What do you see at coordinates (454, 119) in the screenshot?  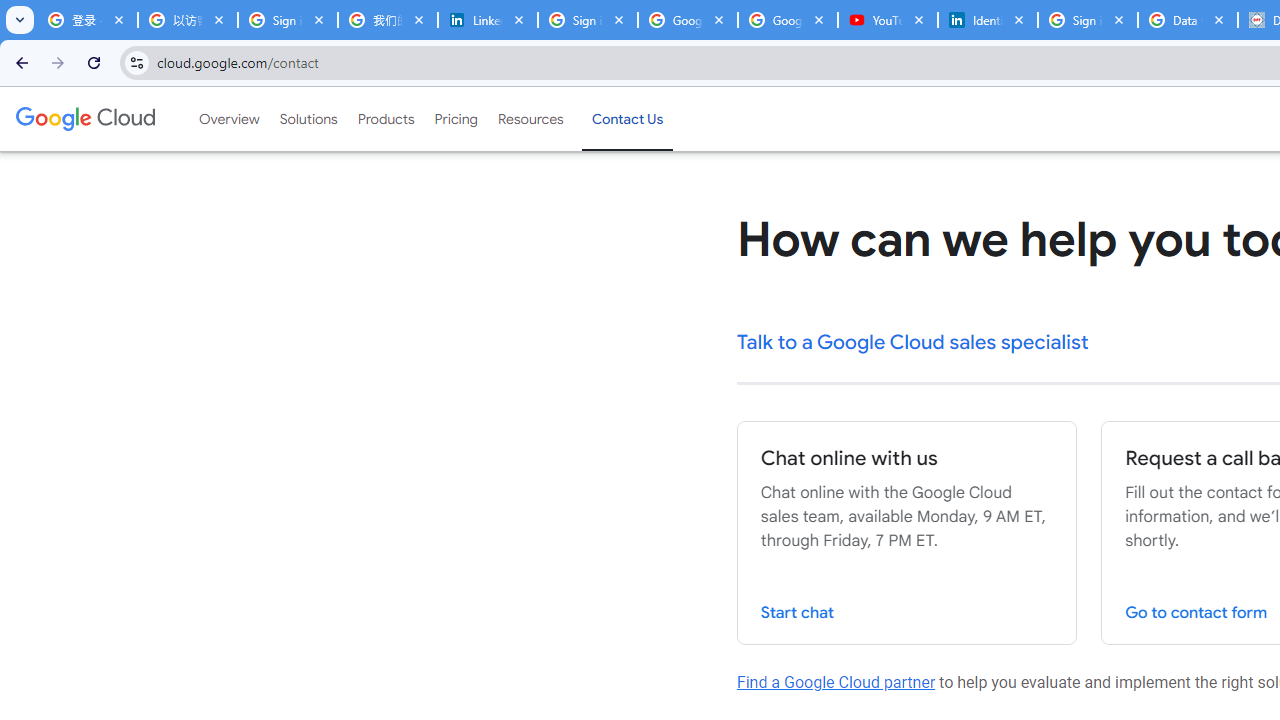 I see `'Pricing'` at bounding box center [454, 119].